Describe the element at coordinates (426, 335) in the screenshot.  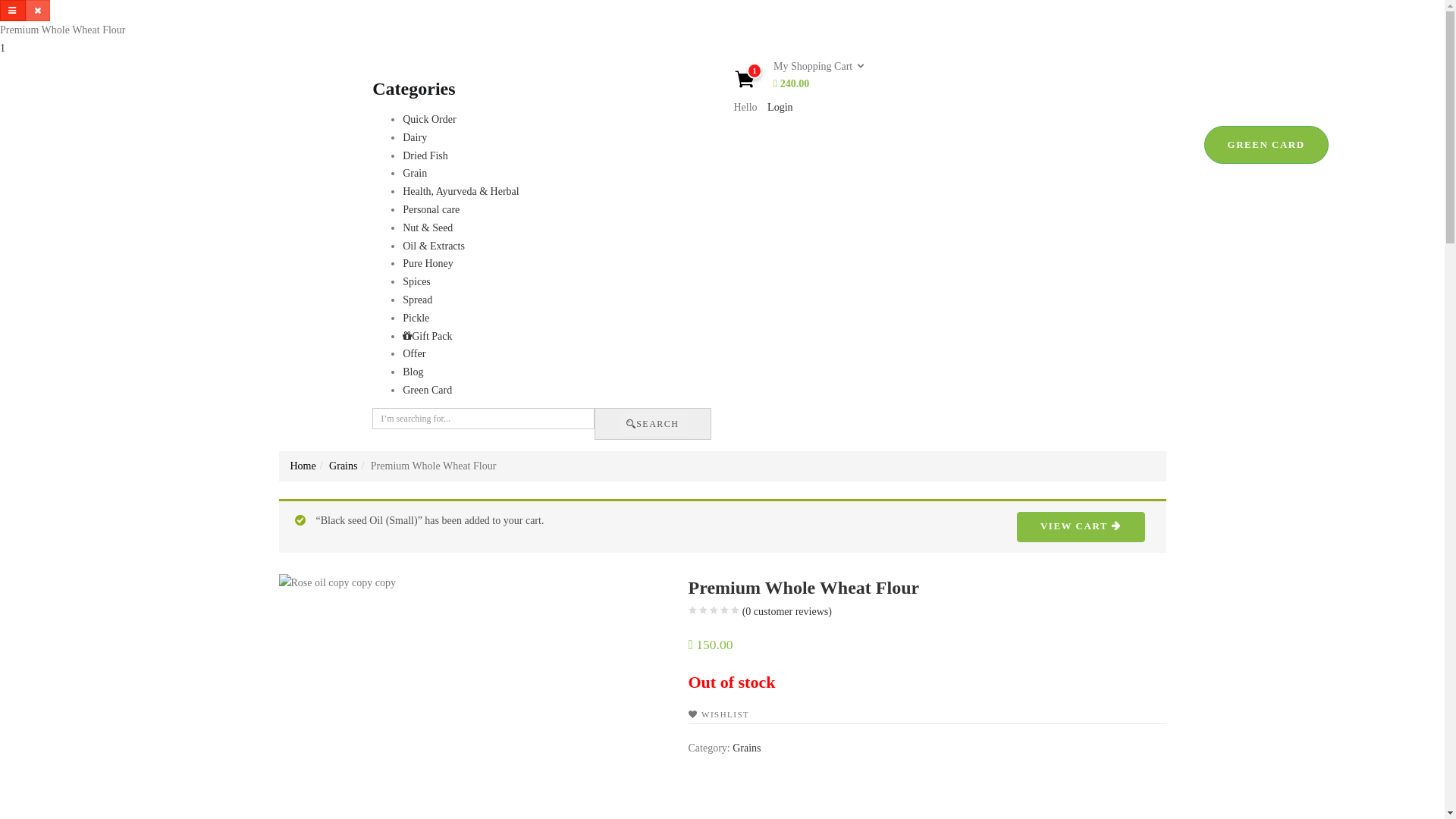
I see `'Gift Pack'` at that location.